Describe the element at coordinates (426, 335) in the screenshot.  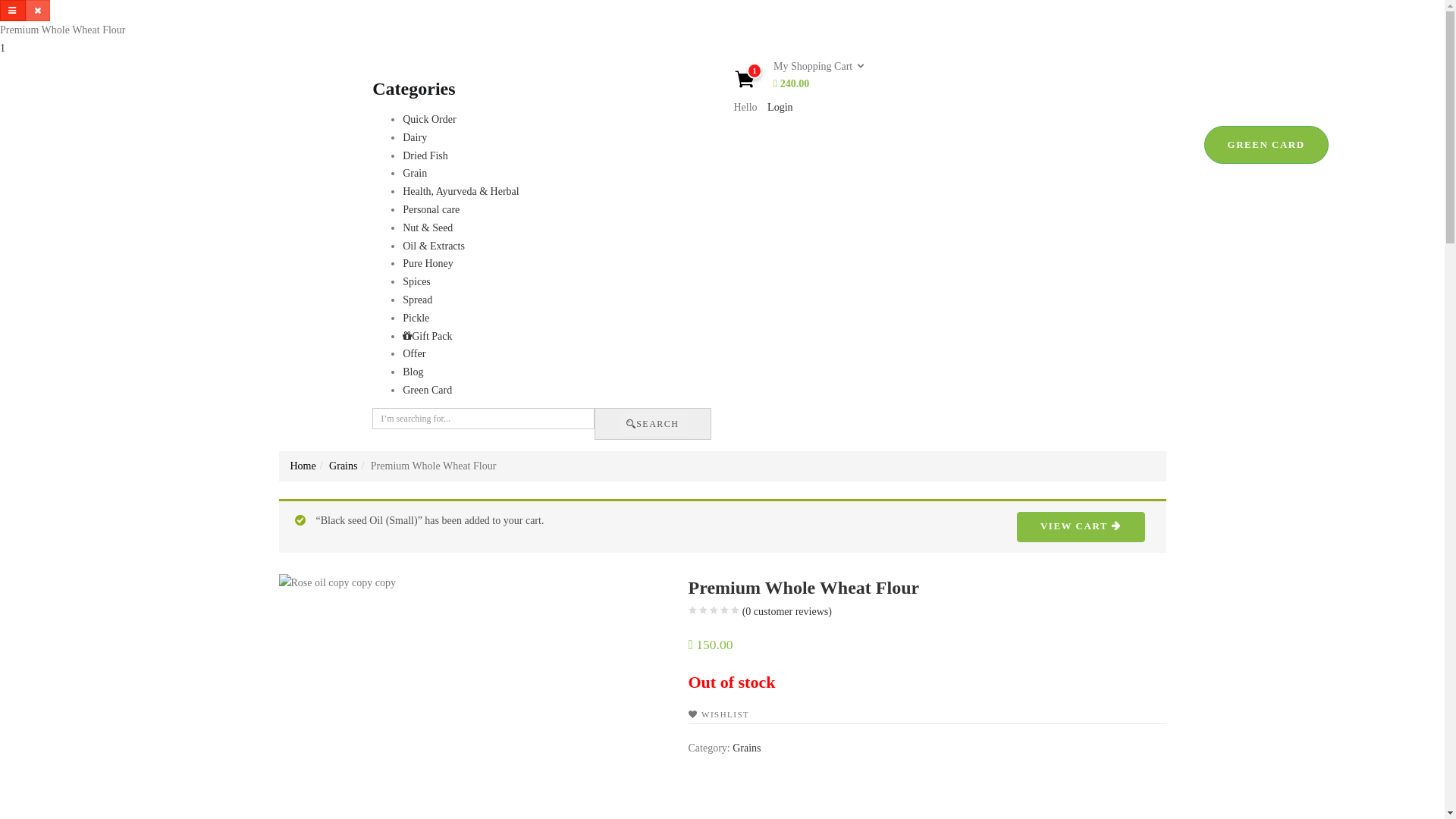
I see `'Gift Pack'` at that location.